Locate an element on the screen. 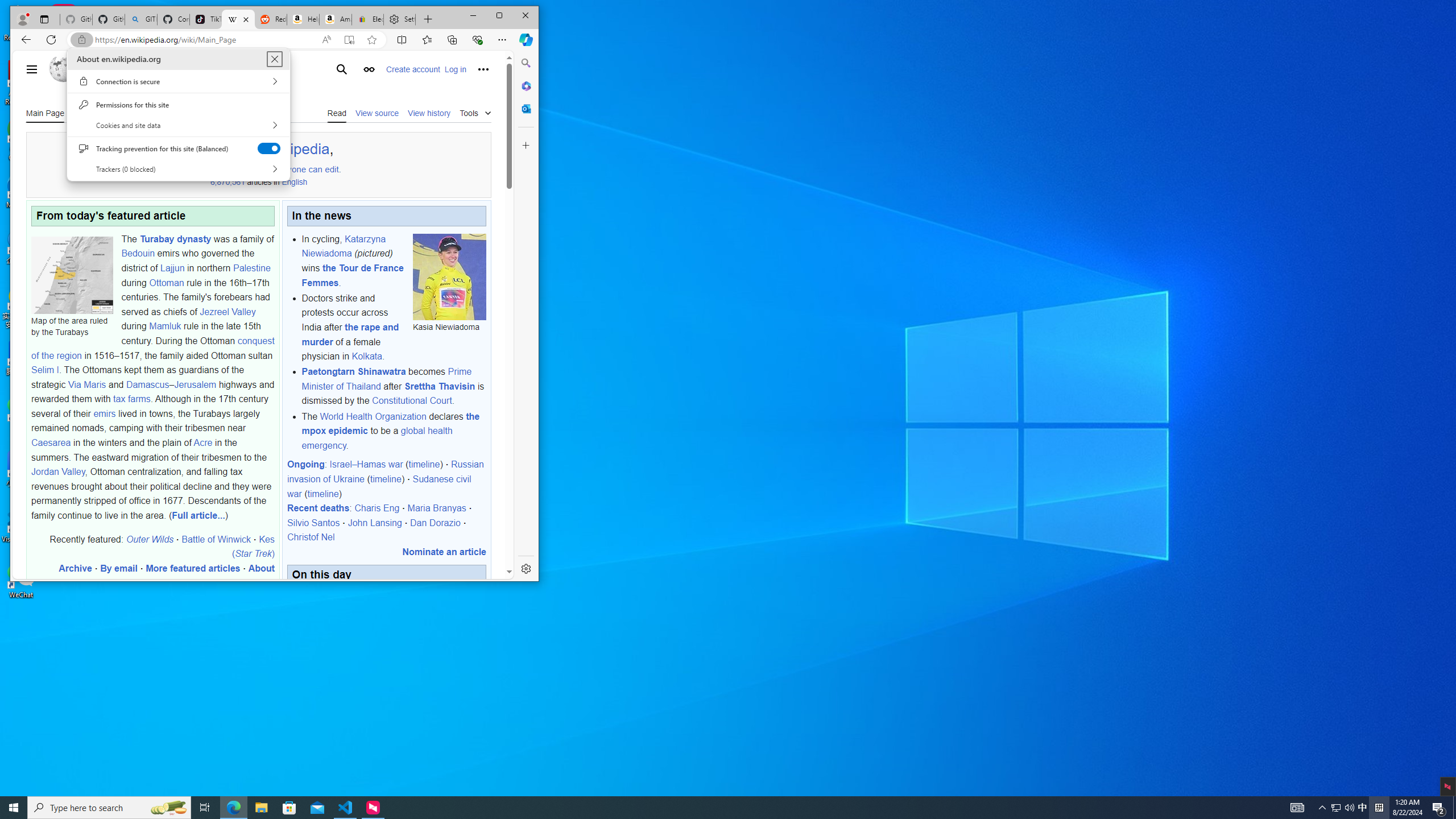 The width and height of the screenshot is (1456, 819). 'Charis Eng' is located at coordinates (377, 508).